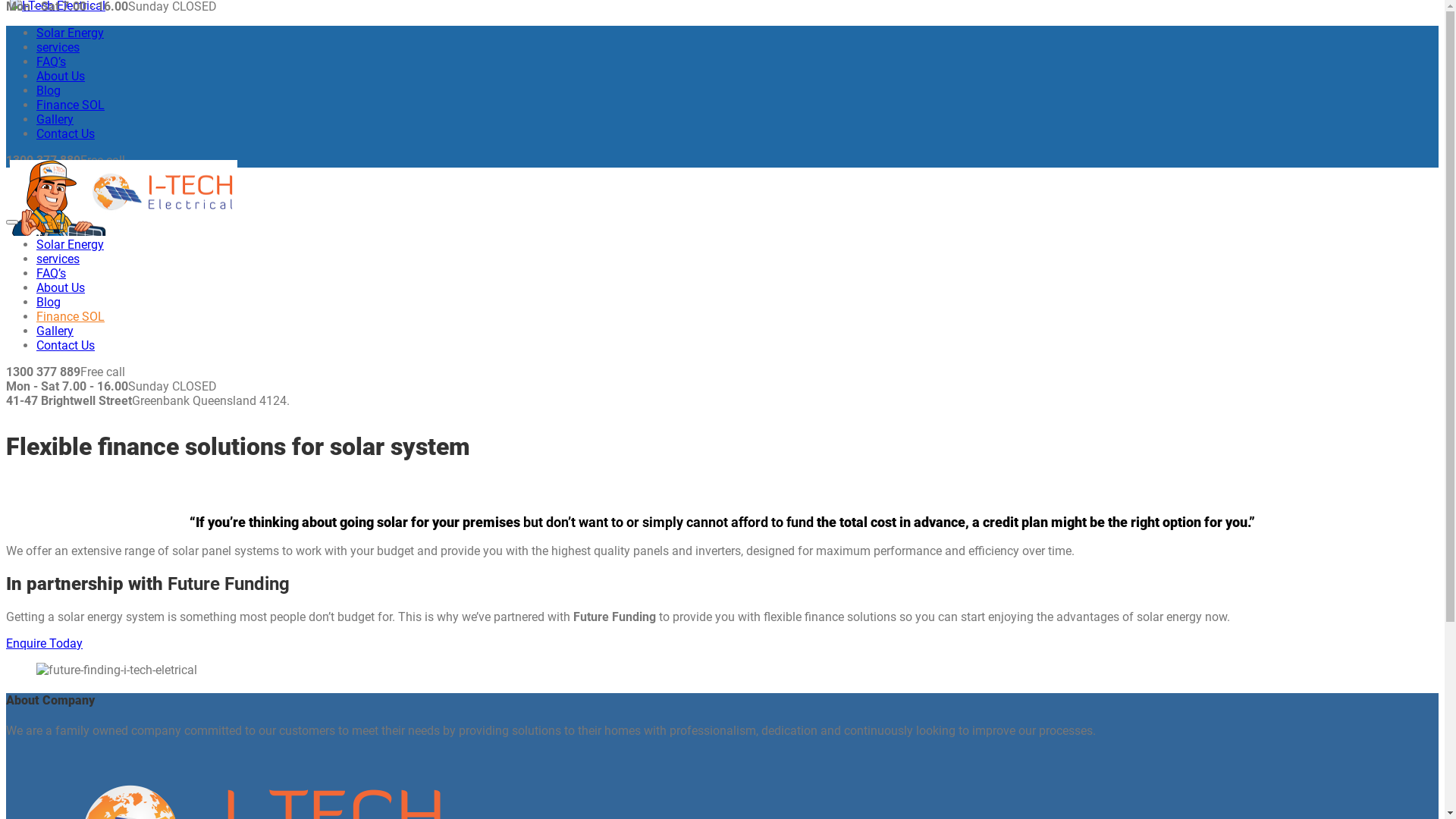  What do you see at coordinates (69, 315) in the screenshot?
I see `'Finance SOL'` at bounding box center [69, 315].